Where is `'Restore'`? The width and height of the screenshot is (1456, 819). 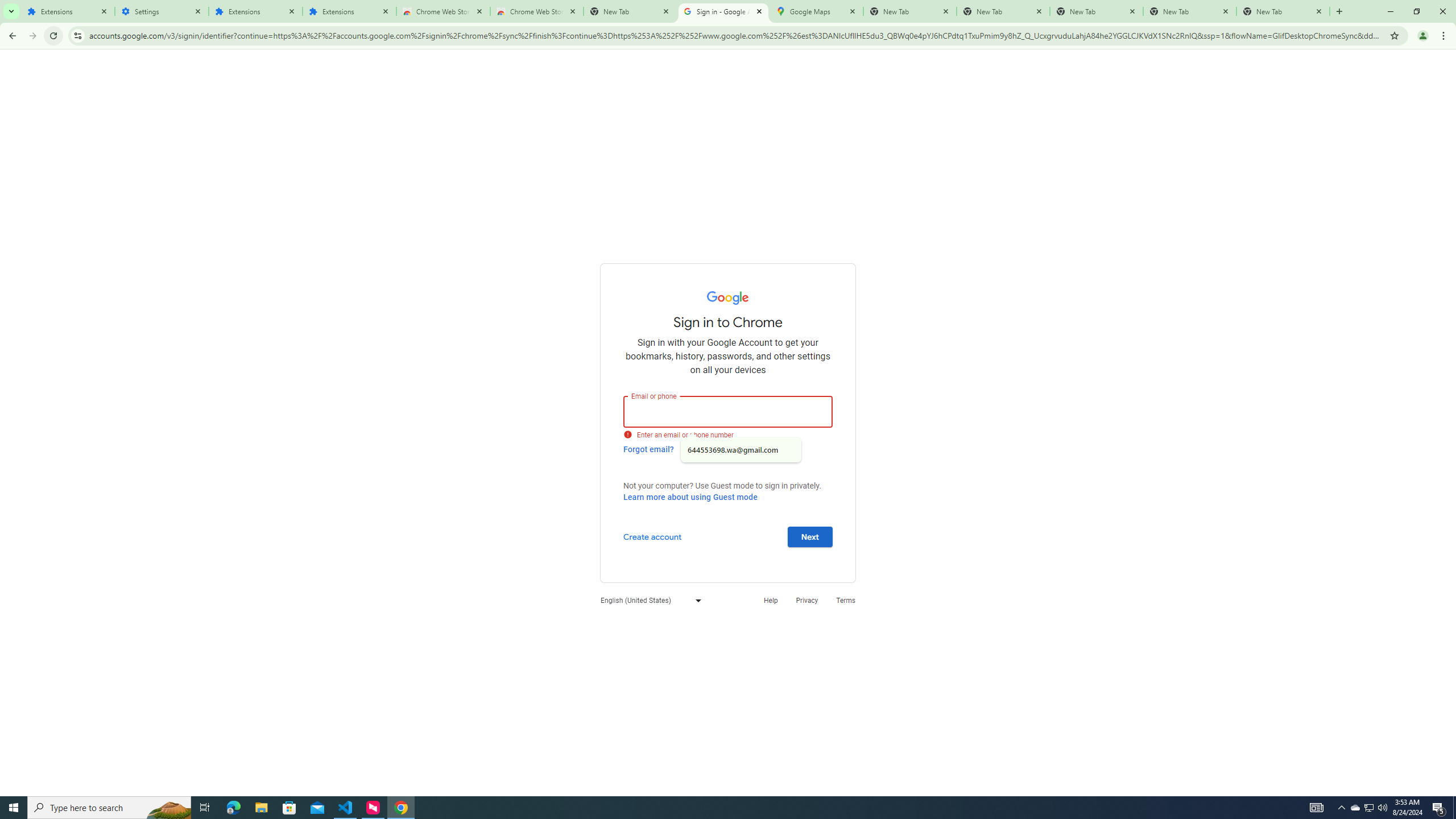 'Restore' is located at coordinates (1416, 11).